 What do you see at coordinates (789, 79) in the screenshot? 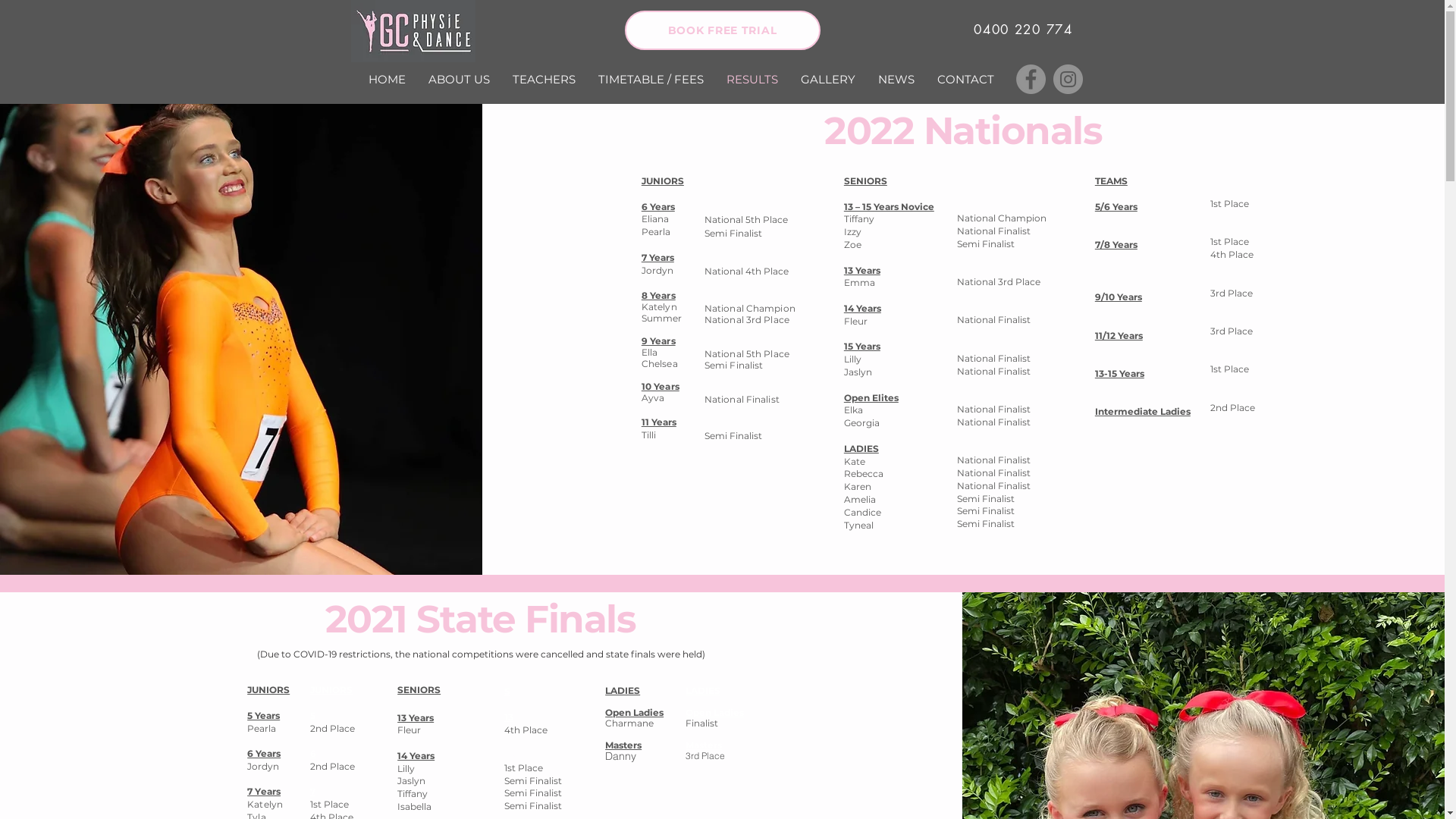
I see `'GALLERY'` at bounding box center [789, 79].